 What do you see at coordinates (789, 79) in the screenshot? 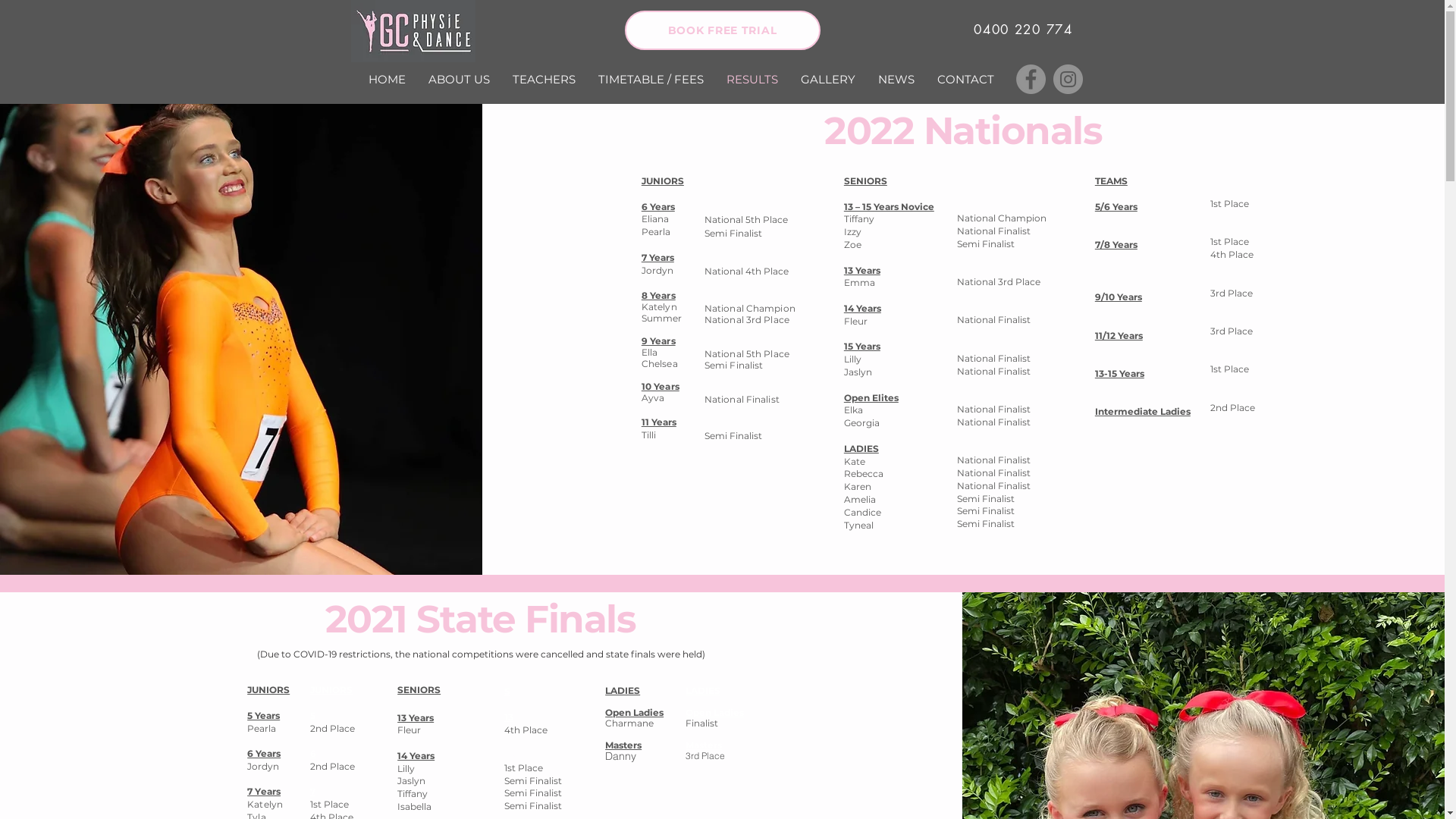
I see `'GALLERY'` at bounding box center [789, 79].